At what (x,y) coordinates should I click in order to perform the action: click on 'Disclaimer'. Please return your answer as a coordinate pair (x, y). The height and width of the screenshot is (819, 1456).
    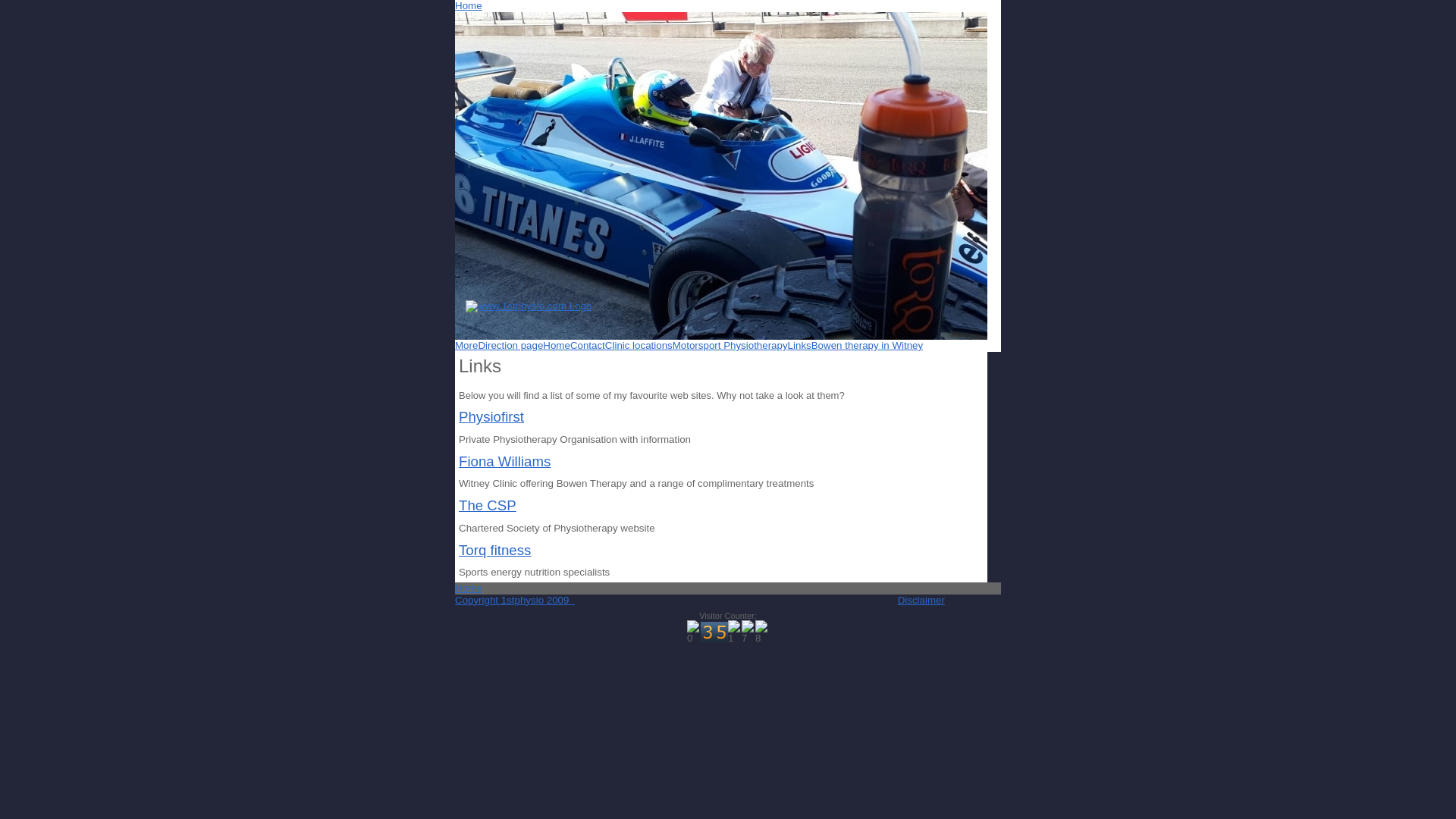
    Looking at the image, I should click on (920, 599).